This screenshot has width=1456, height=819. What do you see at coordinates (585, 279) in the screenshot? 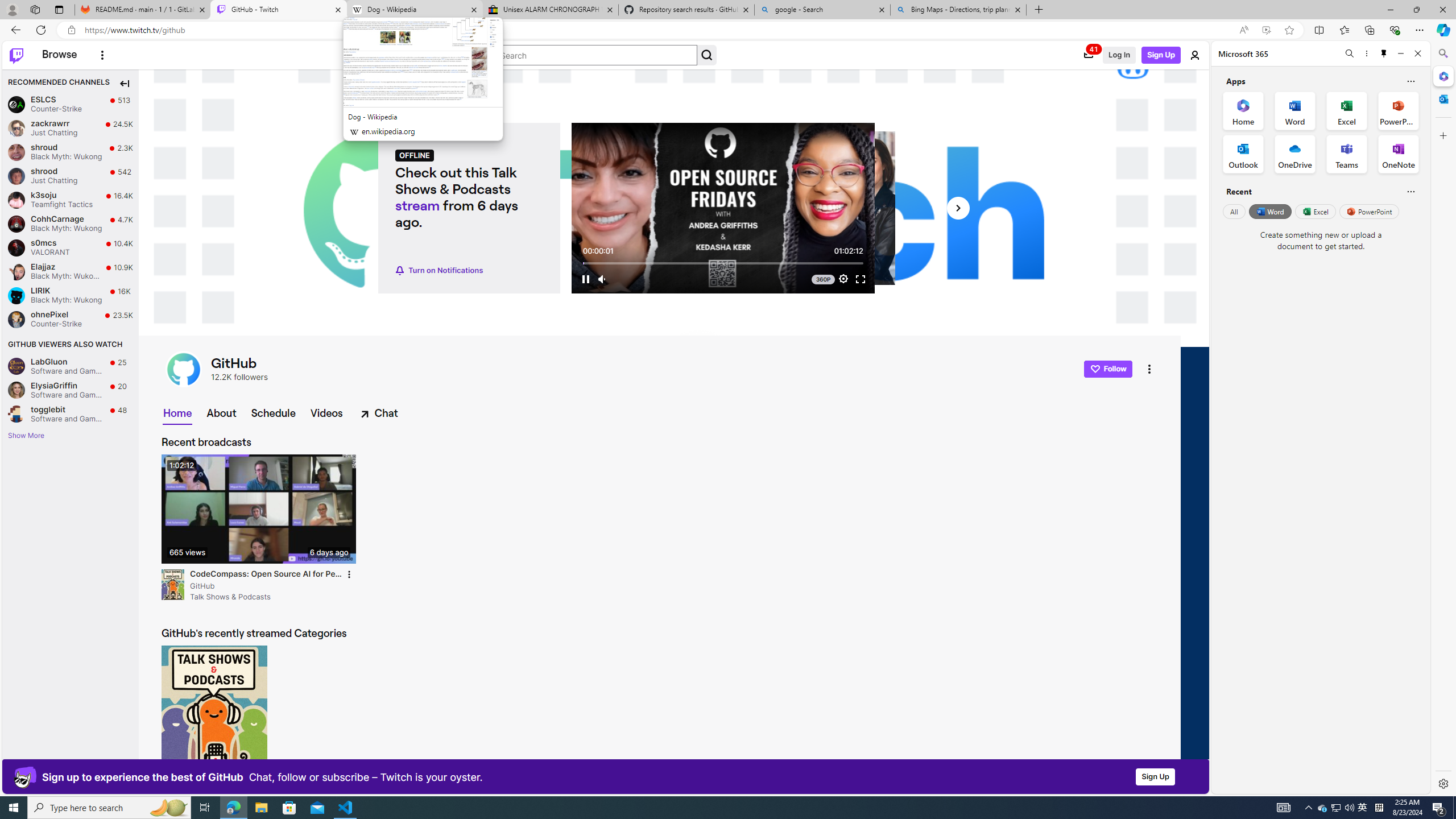
I see `'Pause (space/k)'` at bounding box center [585, 279].